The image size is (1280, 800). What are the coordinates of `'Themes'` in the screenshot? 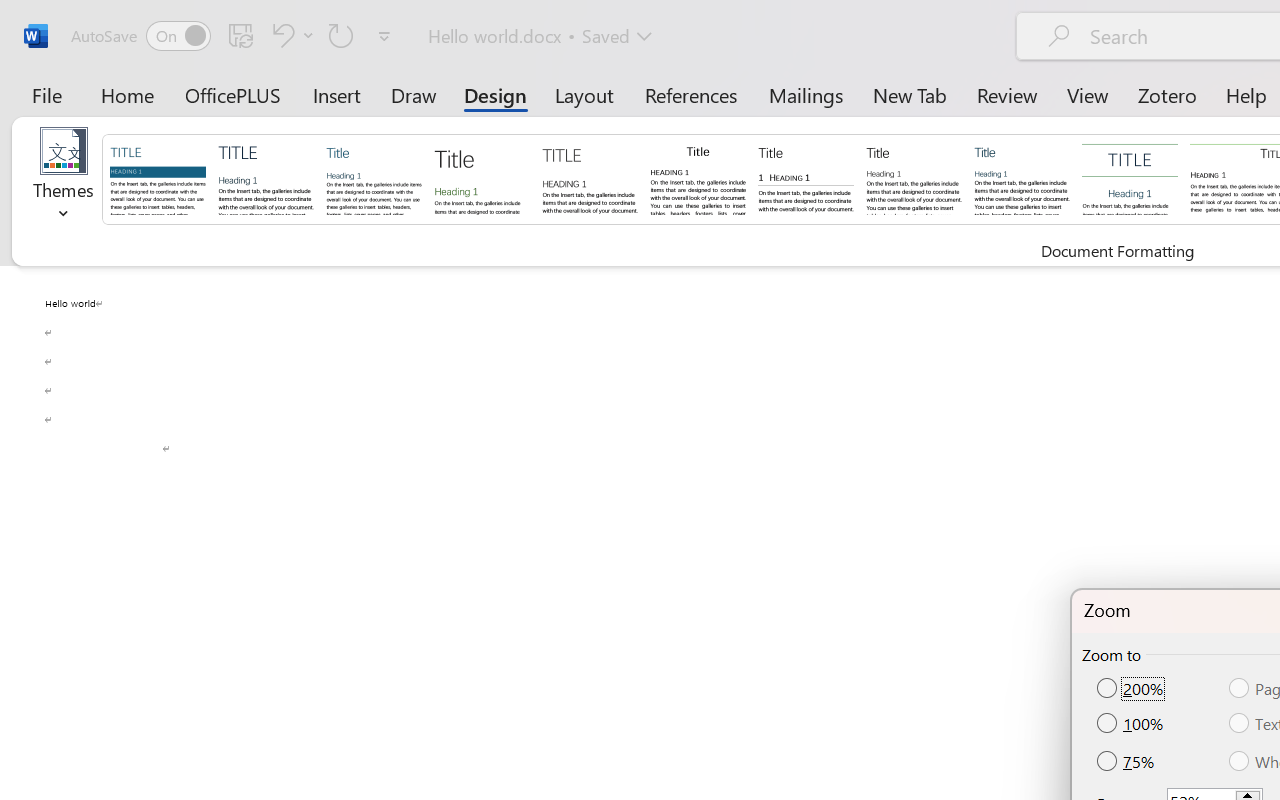 It's located at (64, 179).